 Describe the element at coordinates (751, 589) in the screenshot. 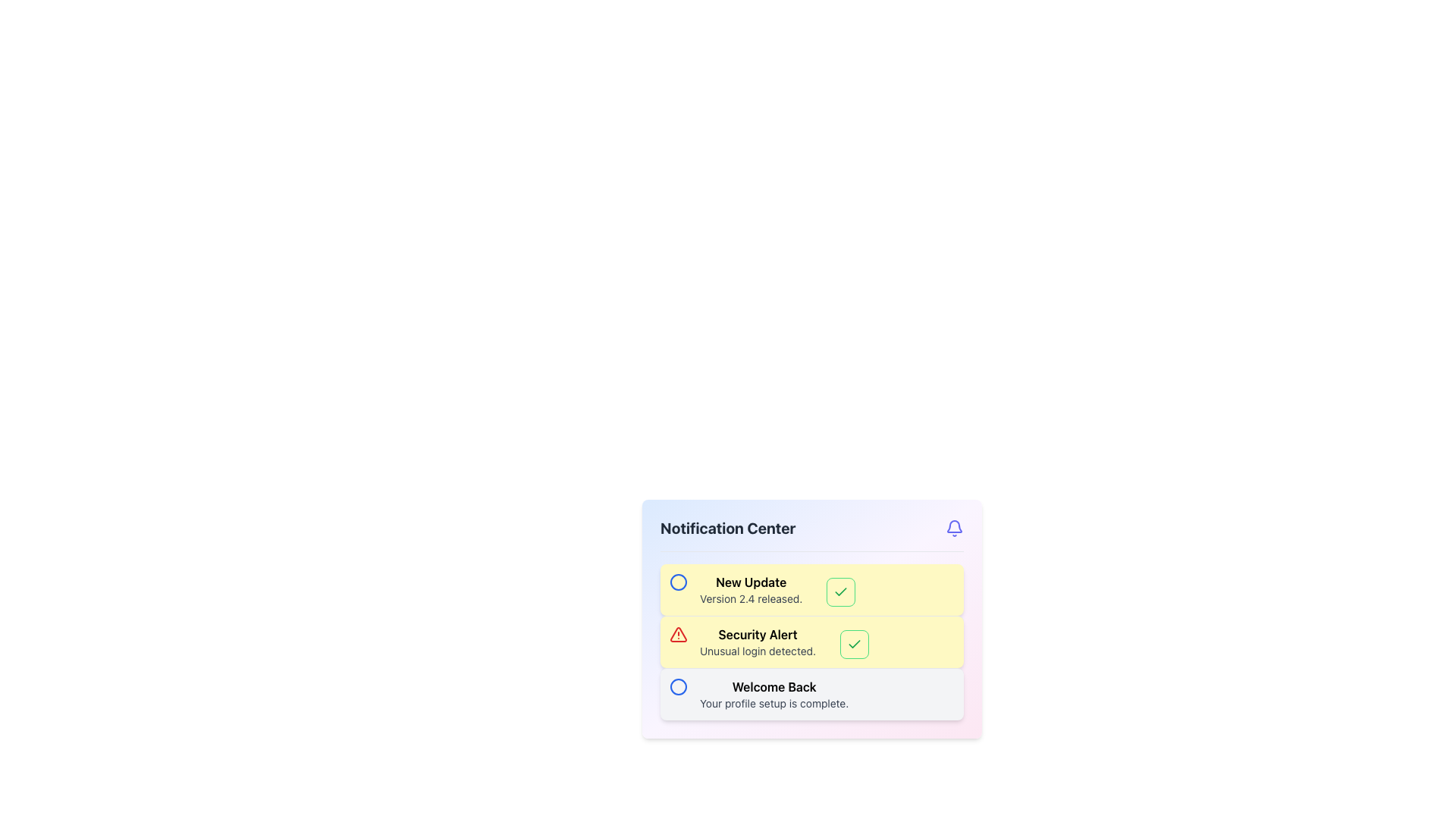

I see `the 'New Update' text label with a bold font style and the accompanying smaller gray text 'Version 2.4 released.' located on a yellow background card in the notification center interface` at that location.